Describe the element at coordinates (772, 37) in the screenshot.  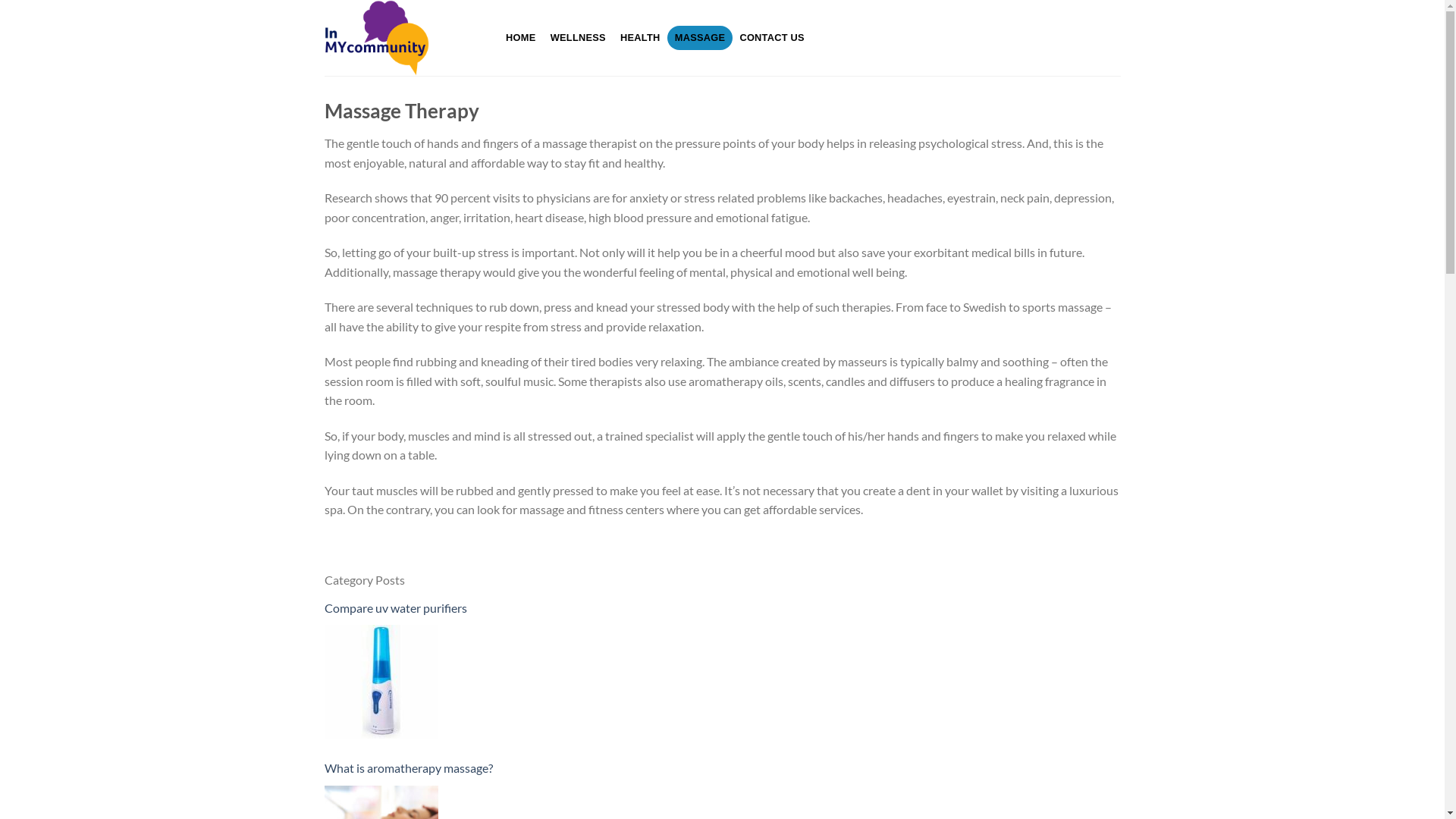
I see `'CONTACT US'` at that location.